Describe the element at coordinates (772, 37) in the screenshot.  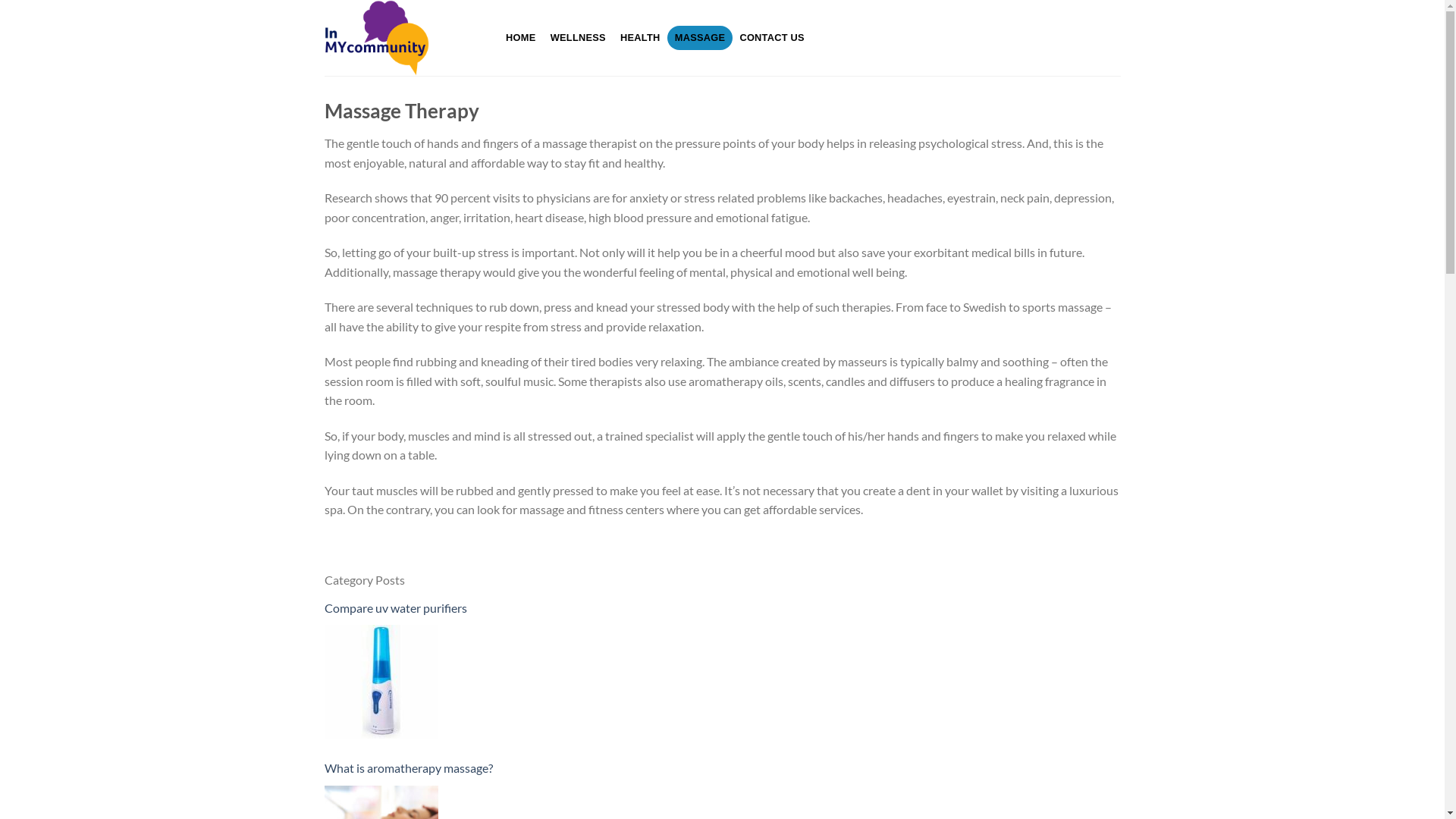
I see `'CONTACT US'` at that location.